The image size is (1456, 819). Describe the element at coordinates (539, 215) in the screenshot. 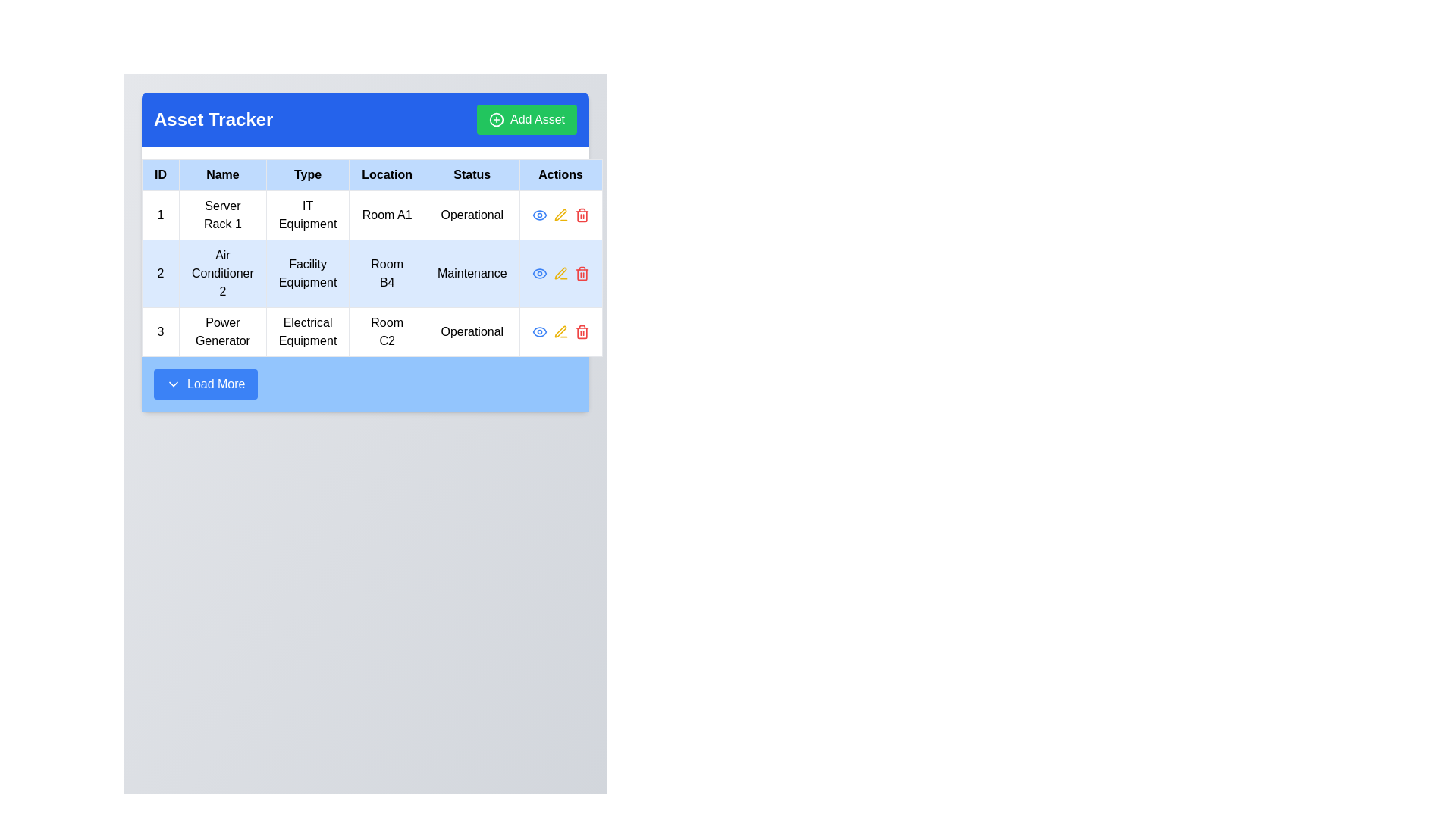

I see `the icon in the 'Actions' column of the second row associated with the 'Air Conditioner 2' item` at that location.